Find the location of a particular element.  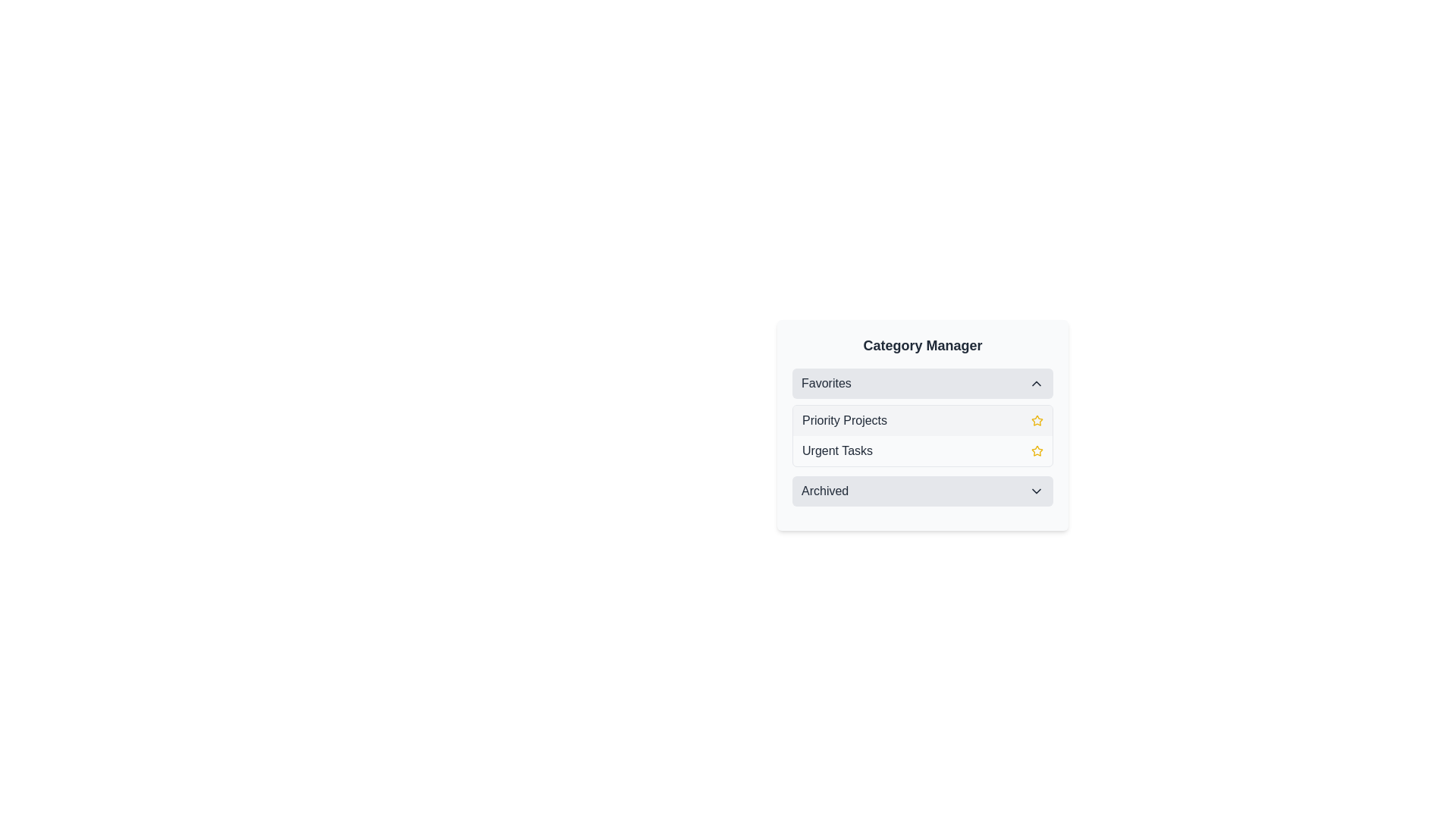

the downward-facing chevron icon located to the right of the 'Archived' label in the bottom section of the vertical list under 'Category Manager' is located at coordinates (1036, 491).